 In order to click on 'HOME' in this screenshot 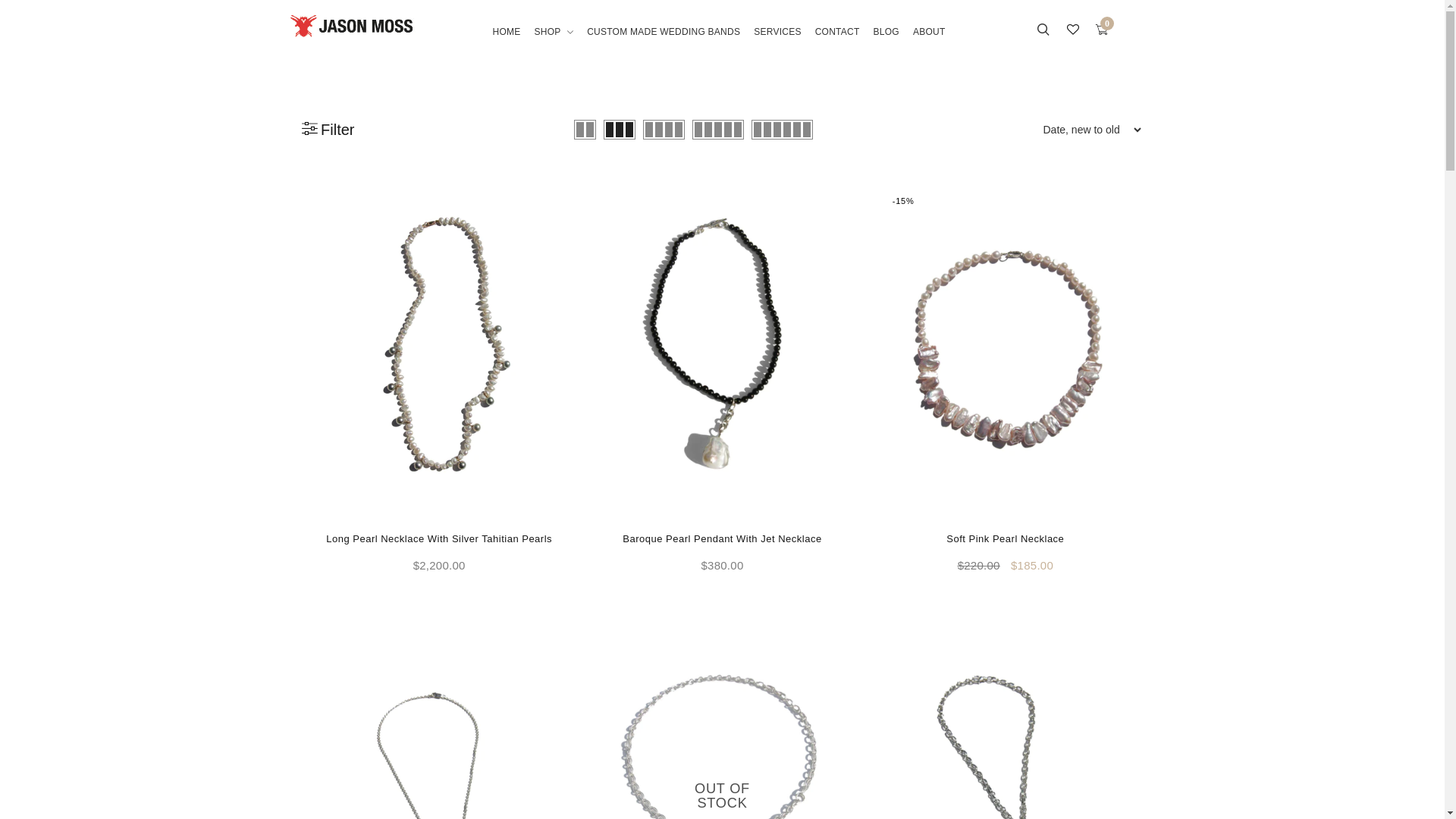, I will do `click(510, 42)`.